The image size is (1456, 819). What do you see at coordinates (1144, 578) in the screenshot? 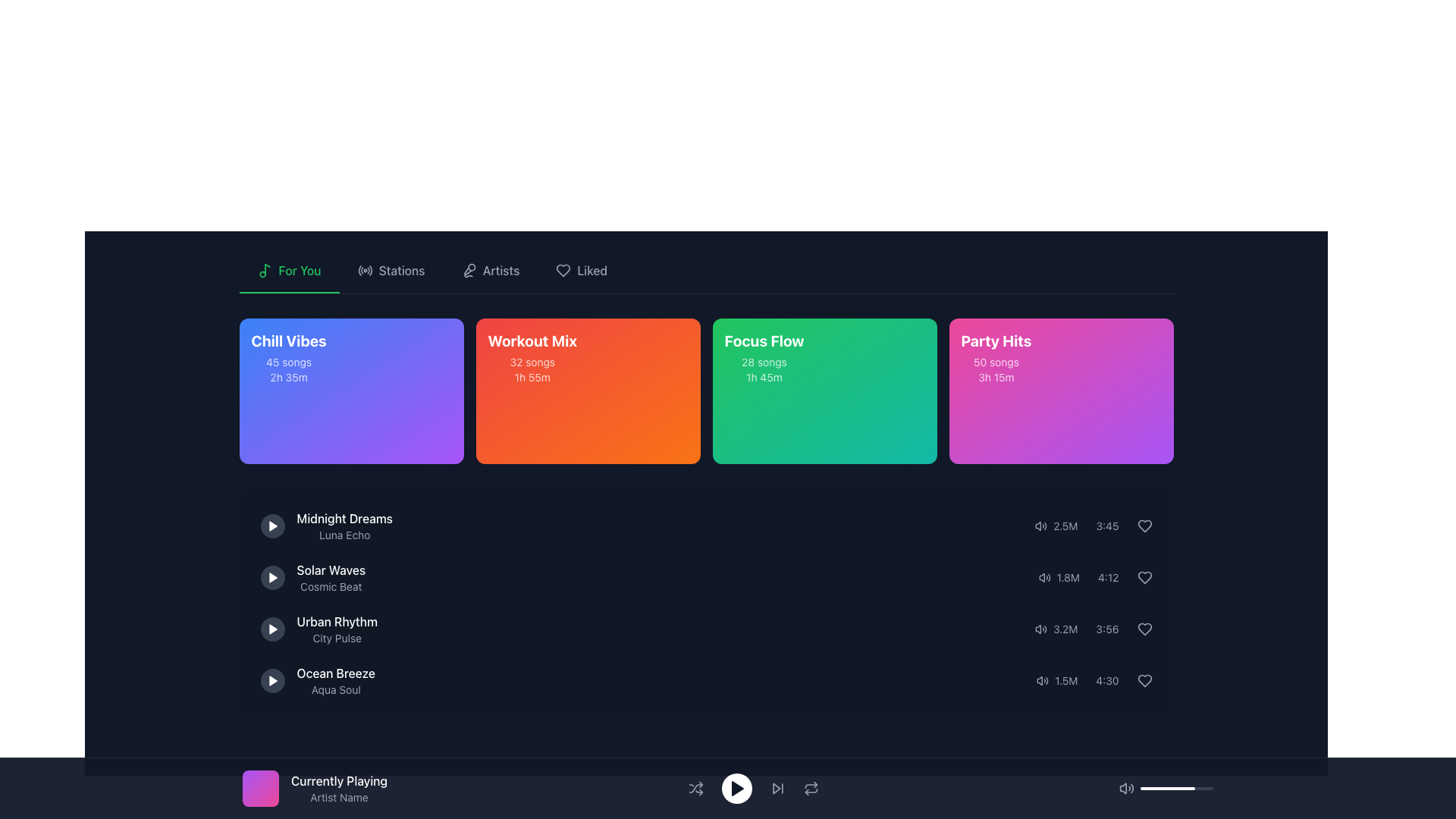
I see `the heart icon located at the bottom-right section of the interface` at bounding box center [1144, 578].